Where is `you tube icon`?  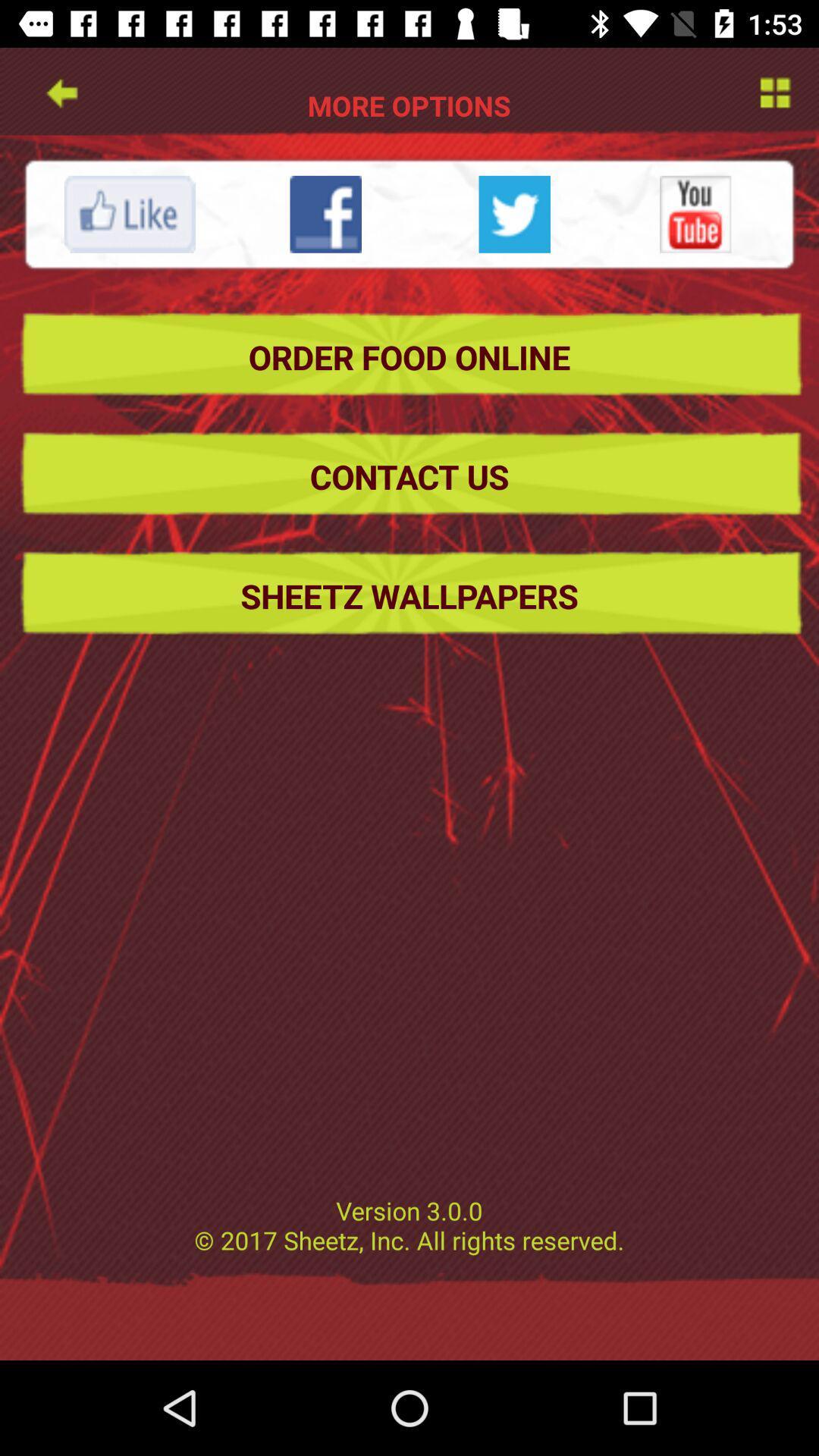 you tube icon is located at coordinates (695, 213).